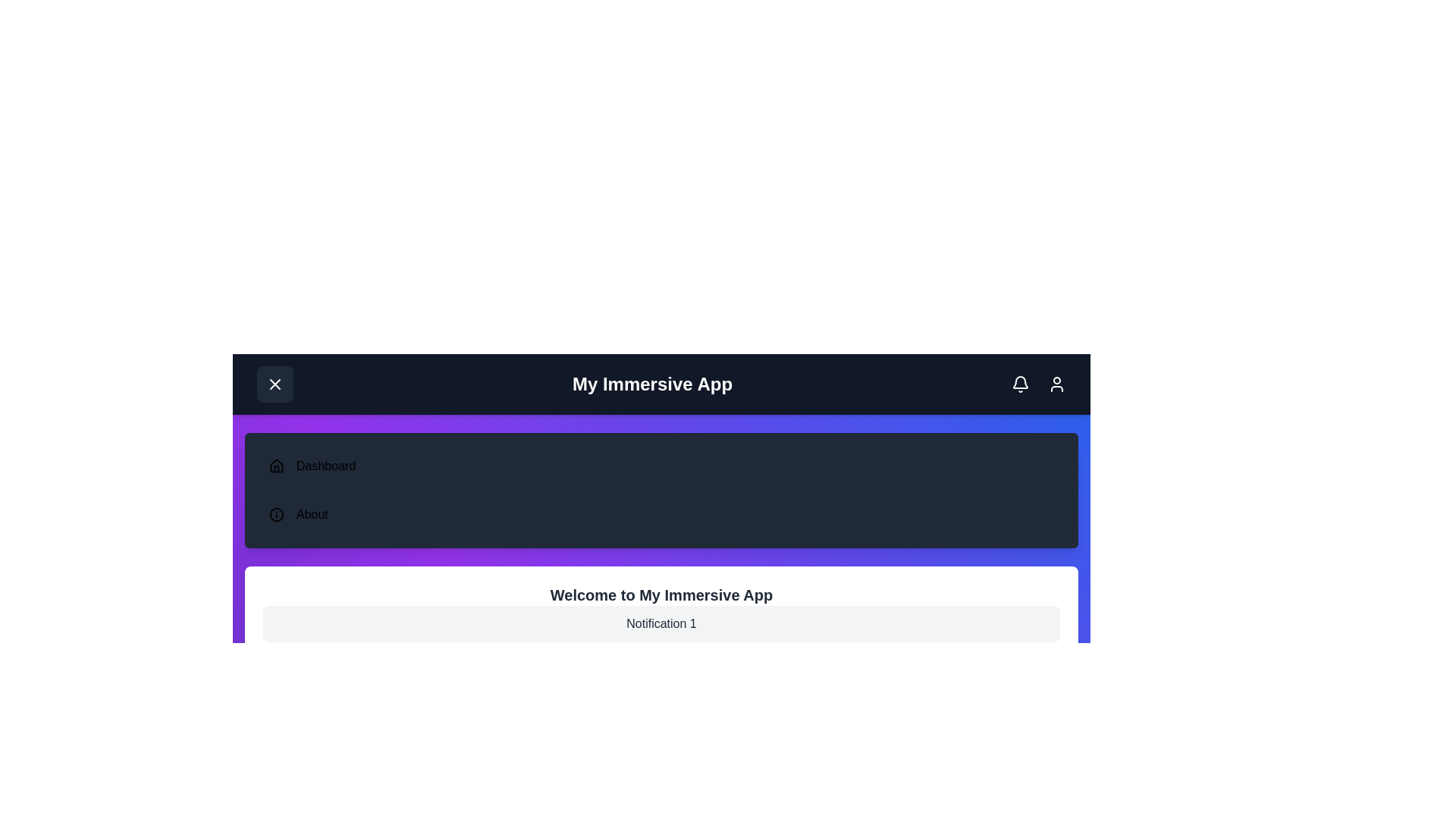  I want to click on the user icon in the header to open the user account menu, so click(1056, 383).